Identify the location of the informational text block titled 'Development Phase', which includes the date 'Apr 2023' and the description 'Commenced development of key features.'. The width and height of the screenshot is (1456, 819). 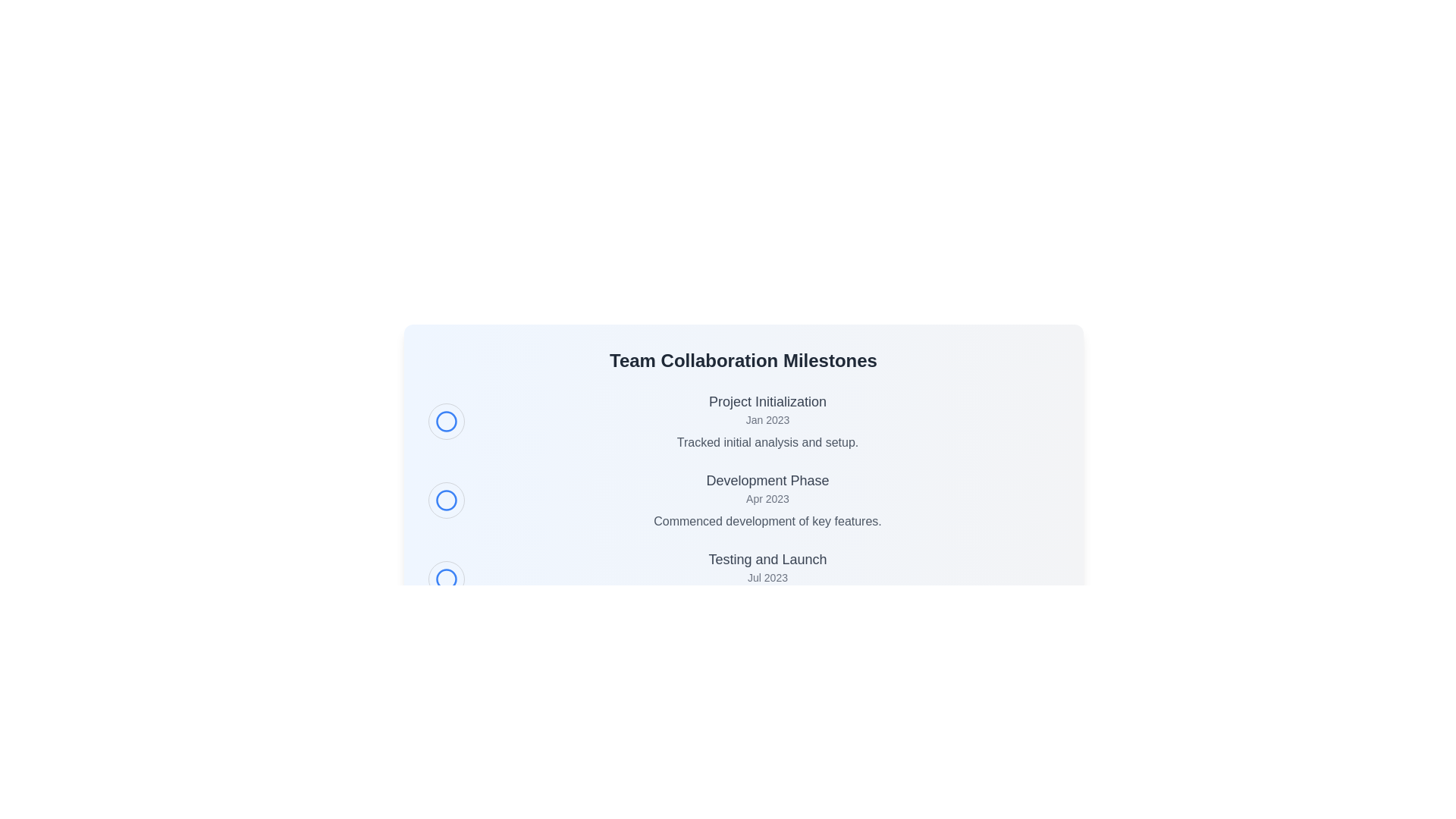
(767, 500).